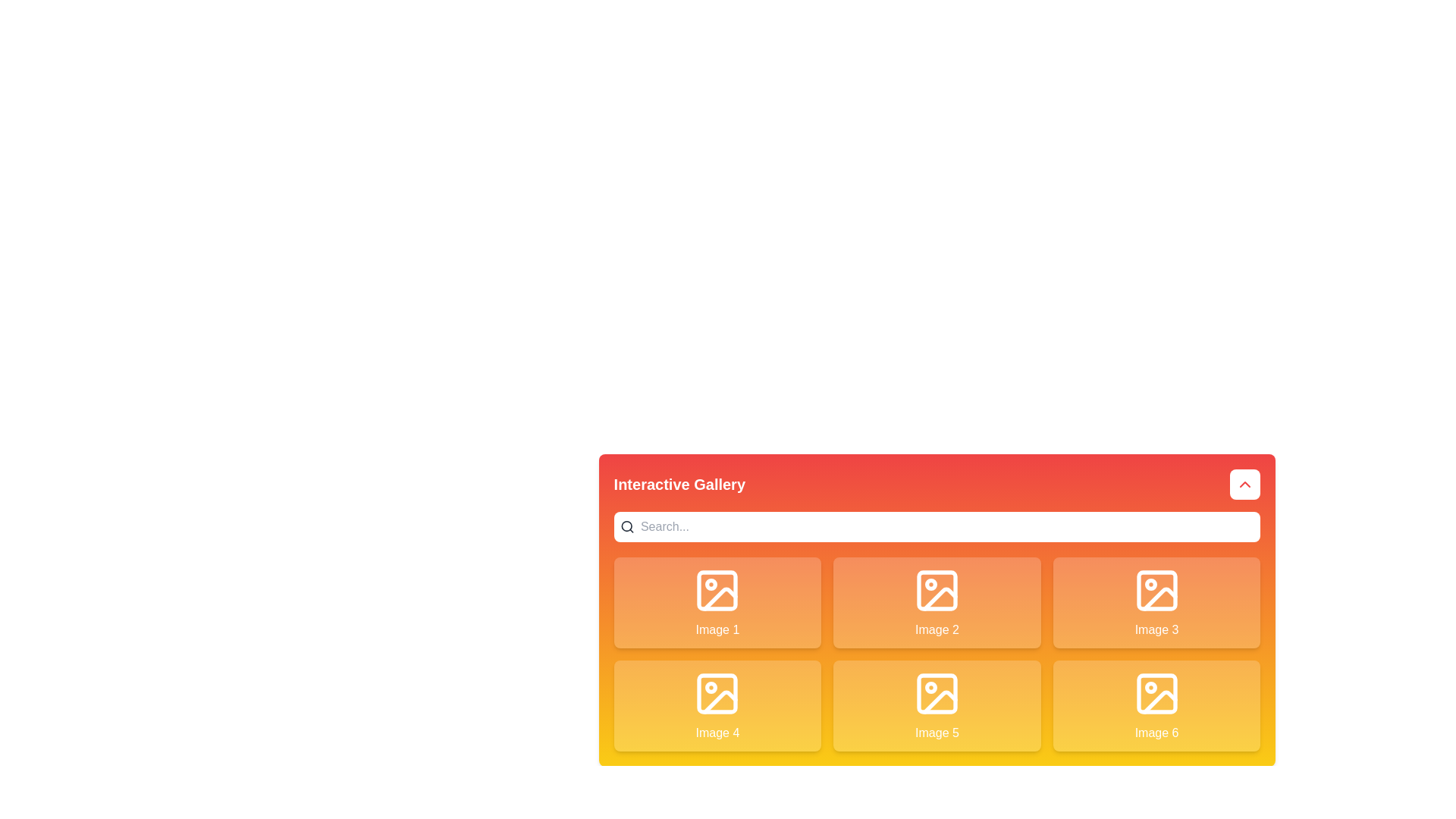 This screenshot has height=819, width=1456. Describe the element at coordinates (936, 693) in the screenshot. I see `the decorative graphical rectangle located within the fifth image icon from the left on the second row of the gallery layout` at that location.